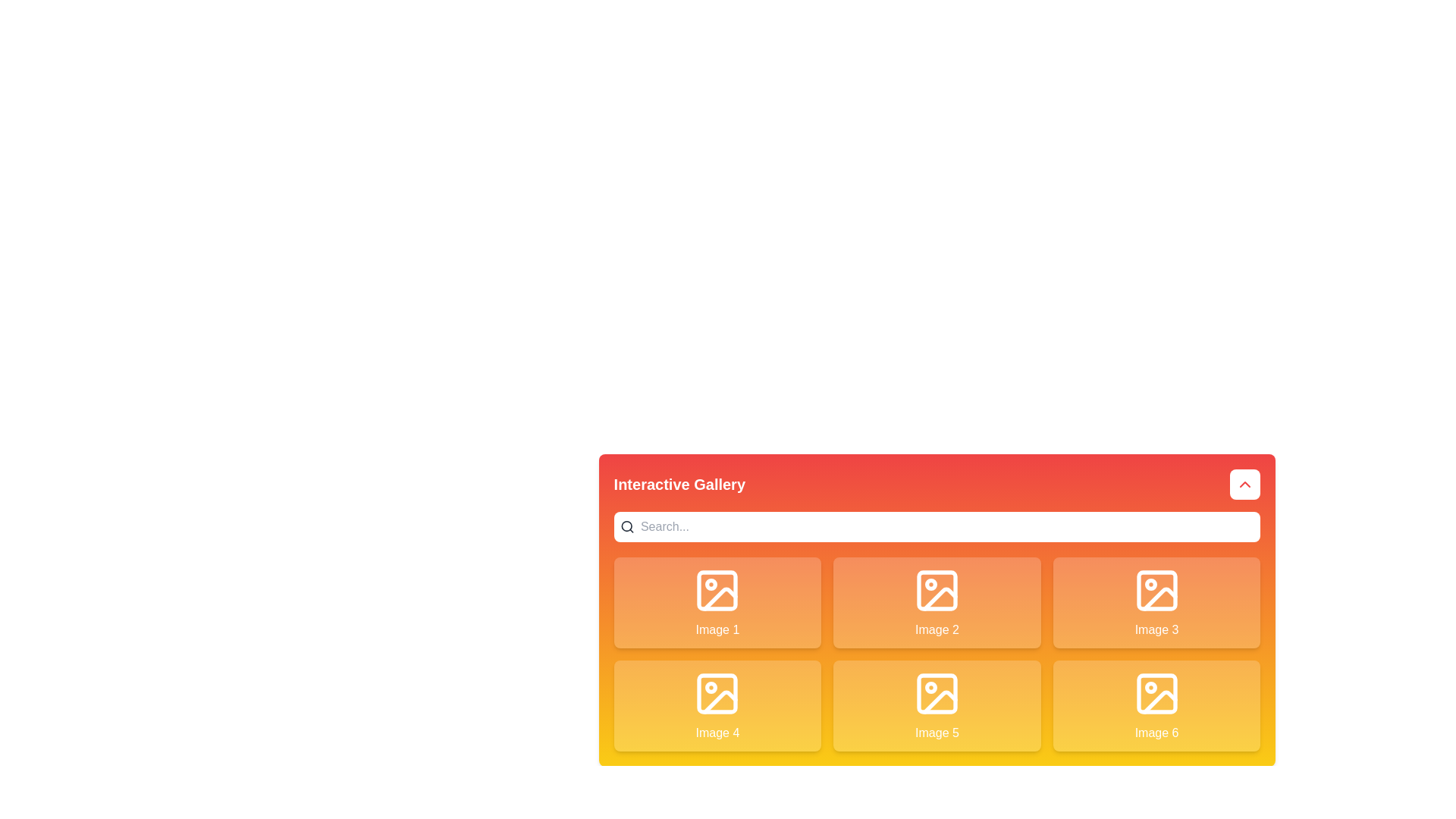 This screenshot has height=819, width=1456. Describe the element at coordinates (936, 693) in the screenshot. I see `the decorative graphical rectangle located within the fifth image icon from the left on the second row of the gallery layout` at that location.